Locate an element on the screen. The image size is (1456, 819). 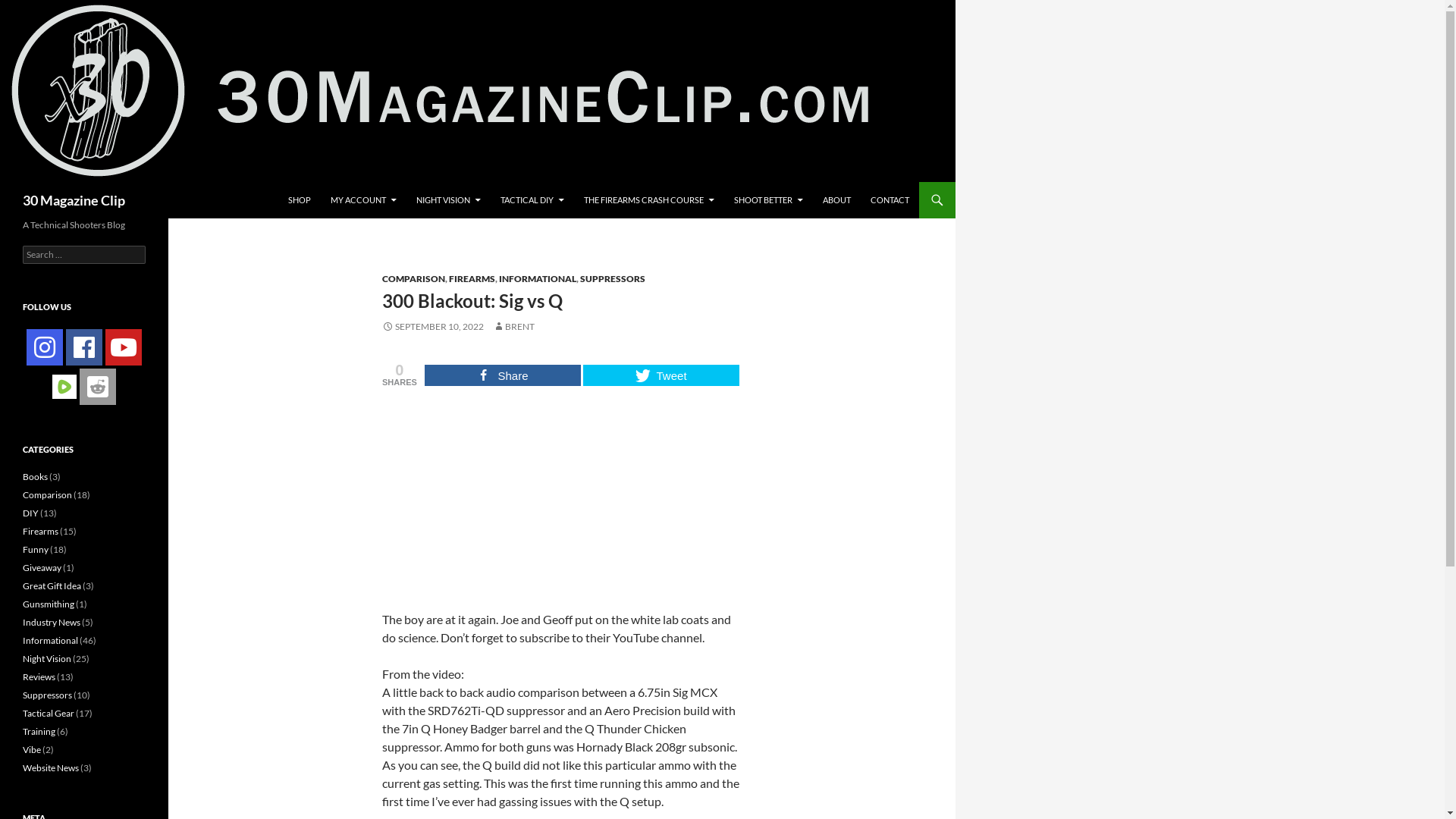
'CONTACT' is located at coordinates (861, 199).